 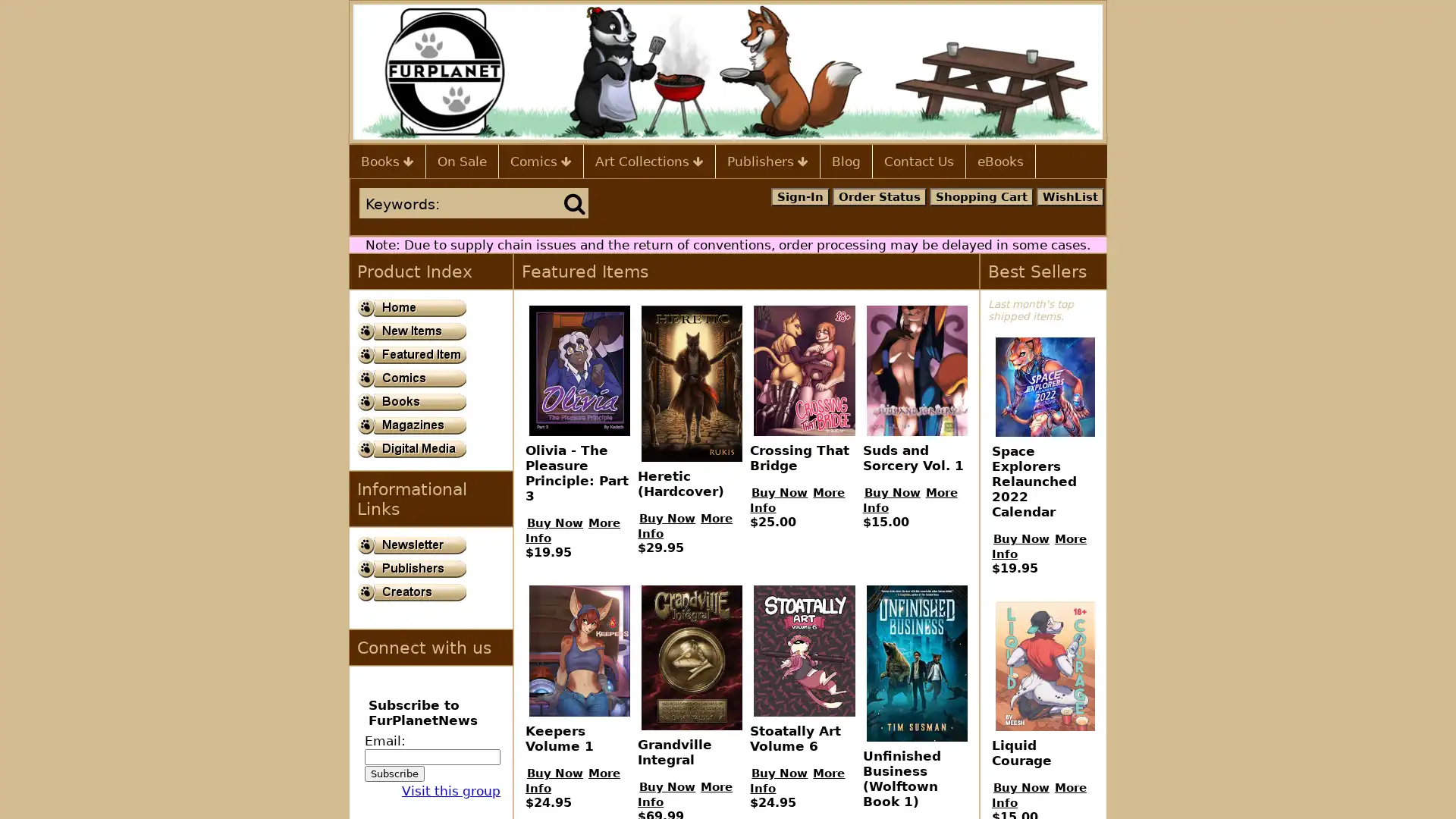 I want to click on Shopping Cart, so click(x=981, y=195).